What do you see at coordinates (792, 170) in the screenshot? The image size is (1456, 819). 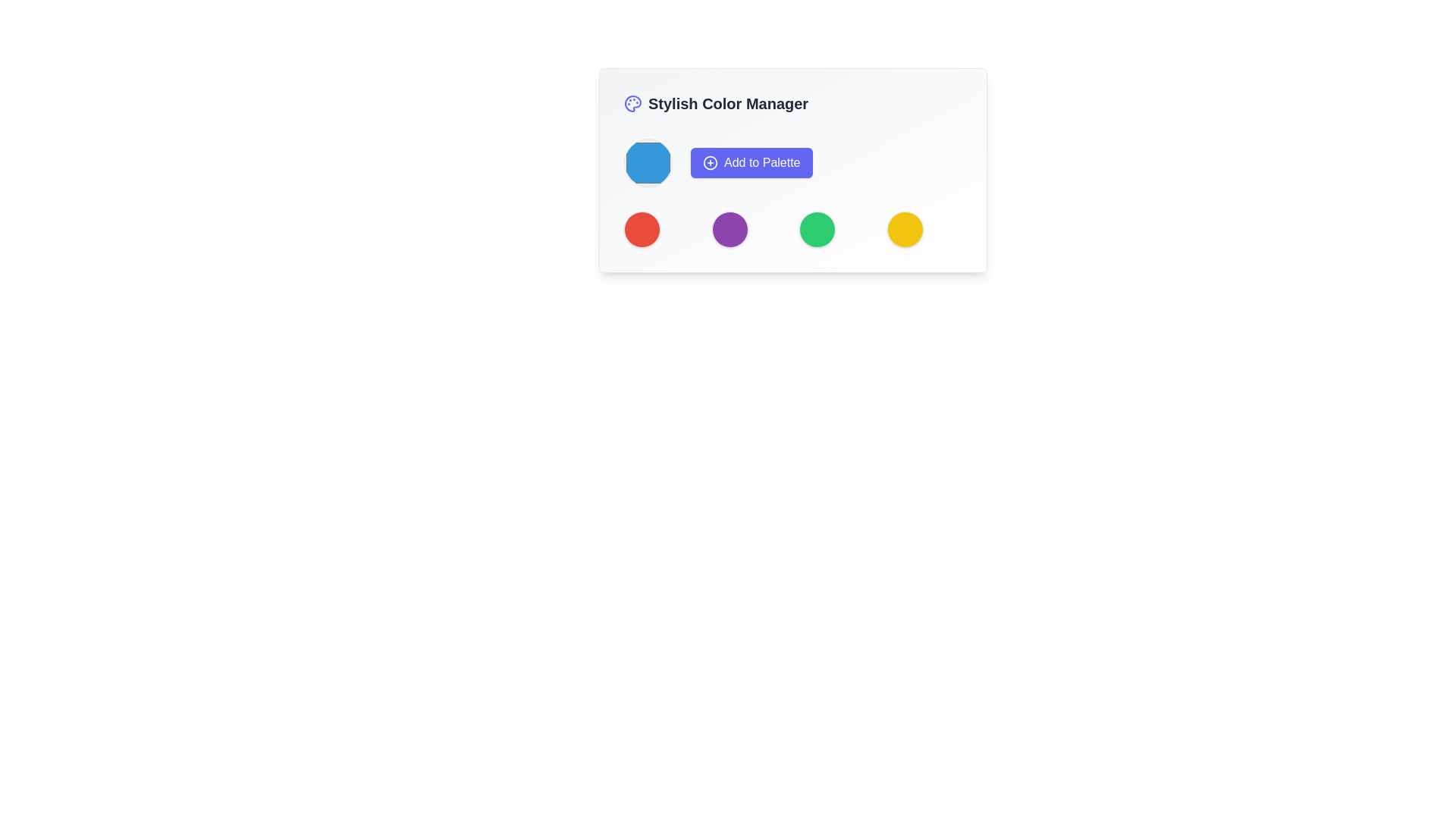 I see `the 'Add to Palette' button with rounded edges and a blue background located within the 'Stylish Color Manager' card` at bounding box center [792, 170].